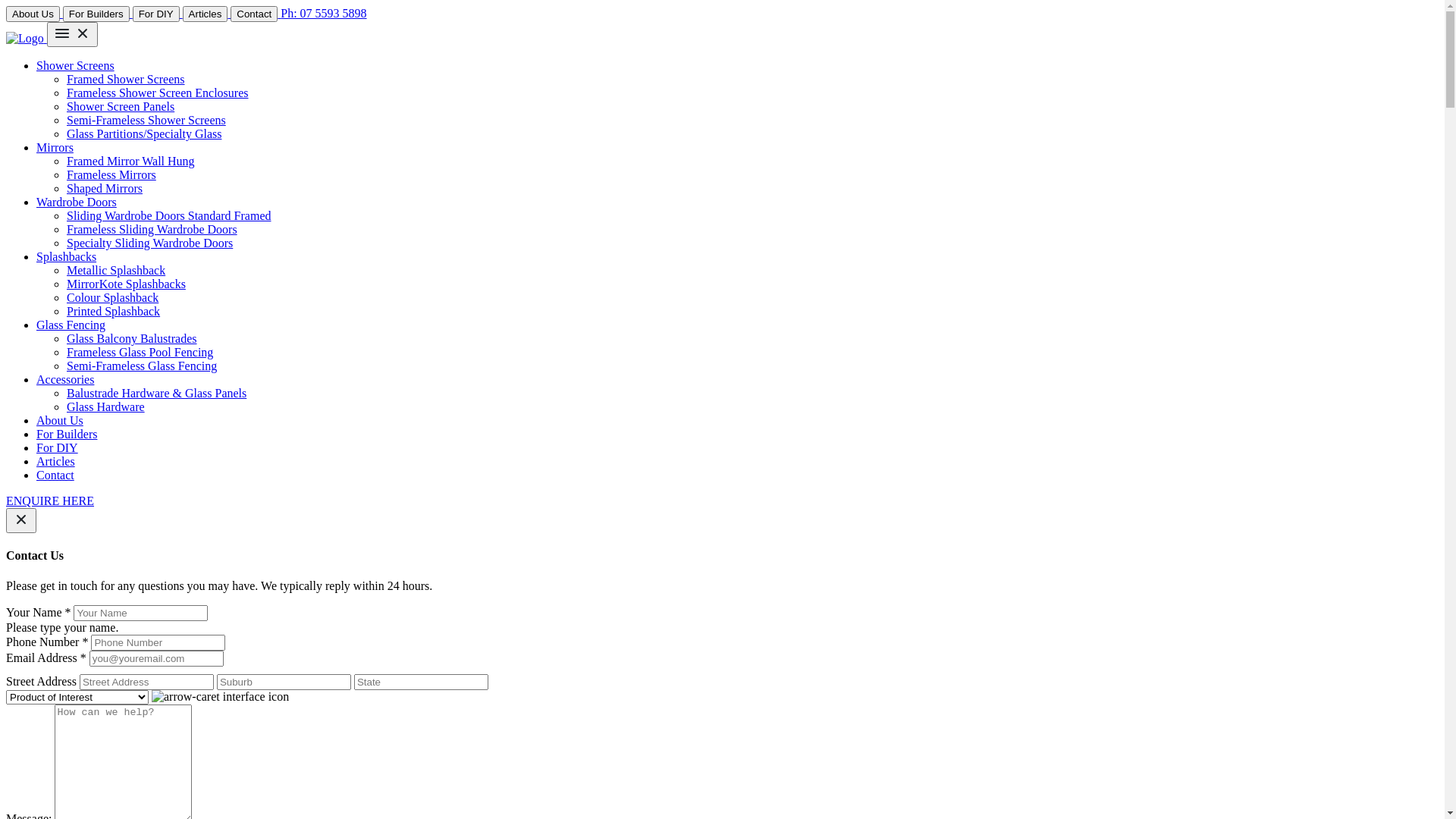  Describe the element at coordinates (126, 284) in the screenshot. I see `'MirrorKote Splashbacks'` at that location.